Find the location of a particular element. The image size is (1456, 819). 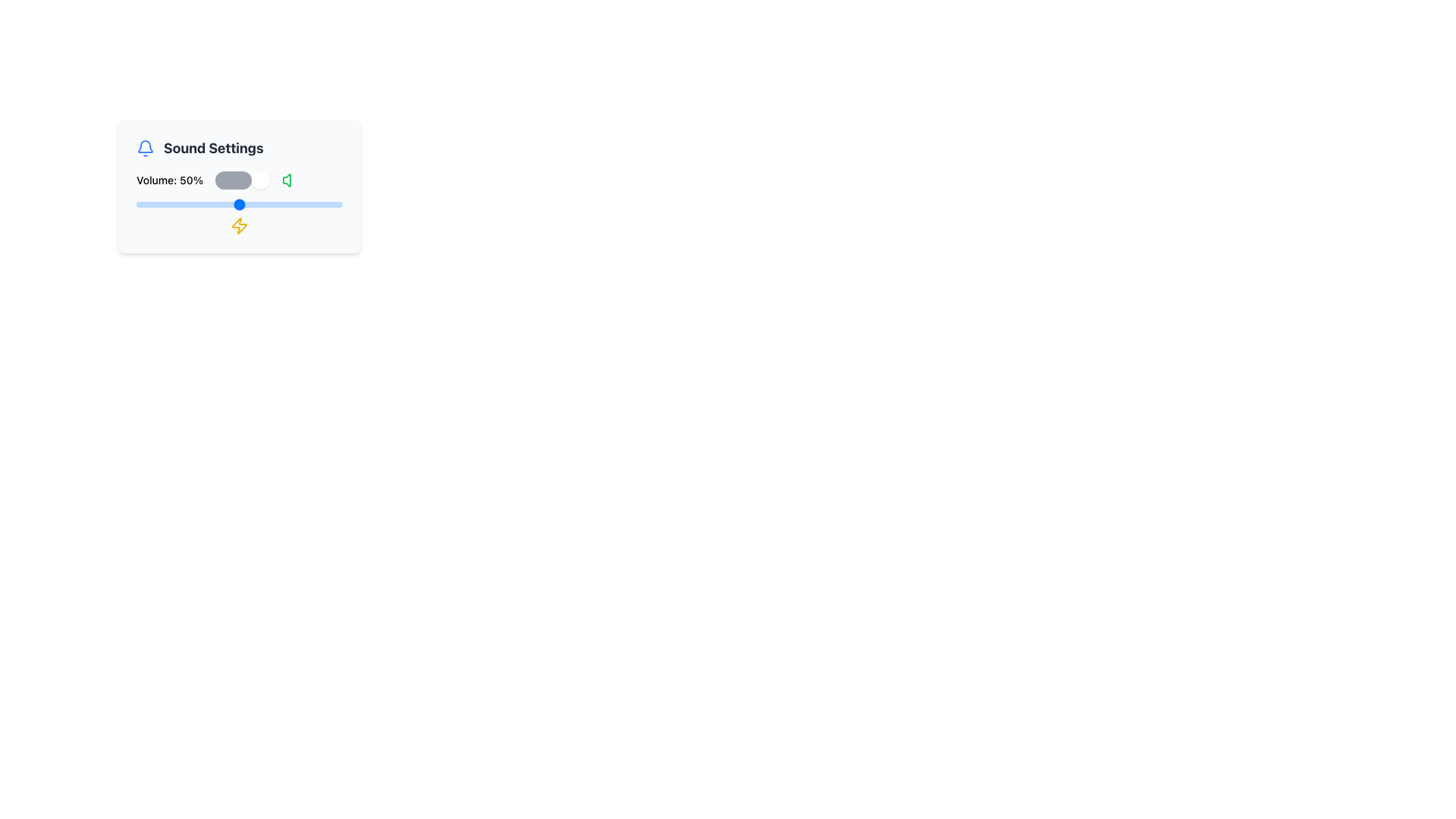

text 'Sound Settings' located in the Header with a blue notification bell icon at the top of the card component is located at coordinates (239, 149).